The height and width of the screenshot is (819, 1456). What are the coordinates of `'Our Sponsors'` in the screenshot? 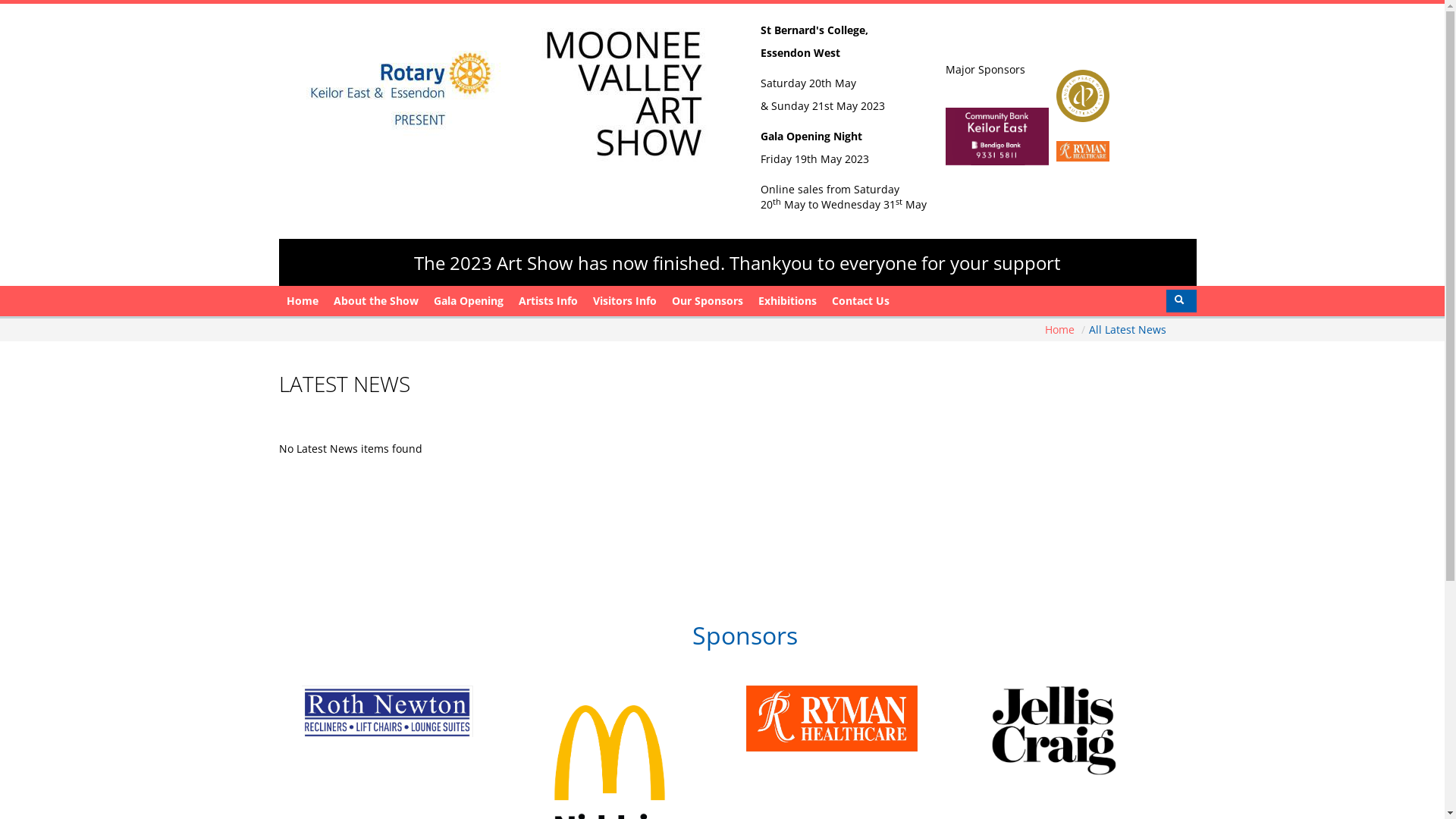 It's located at (706, 301).